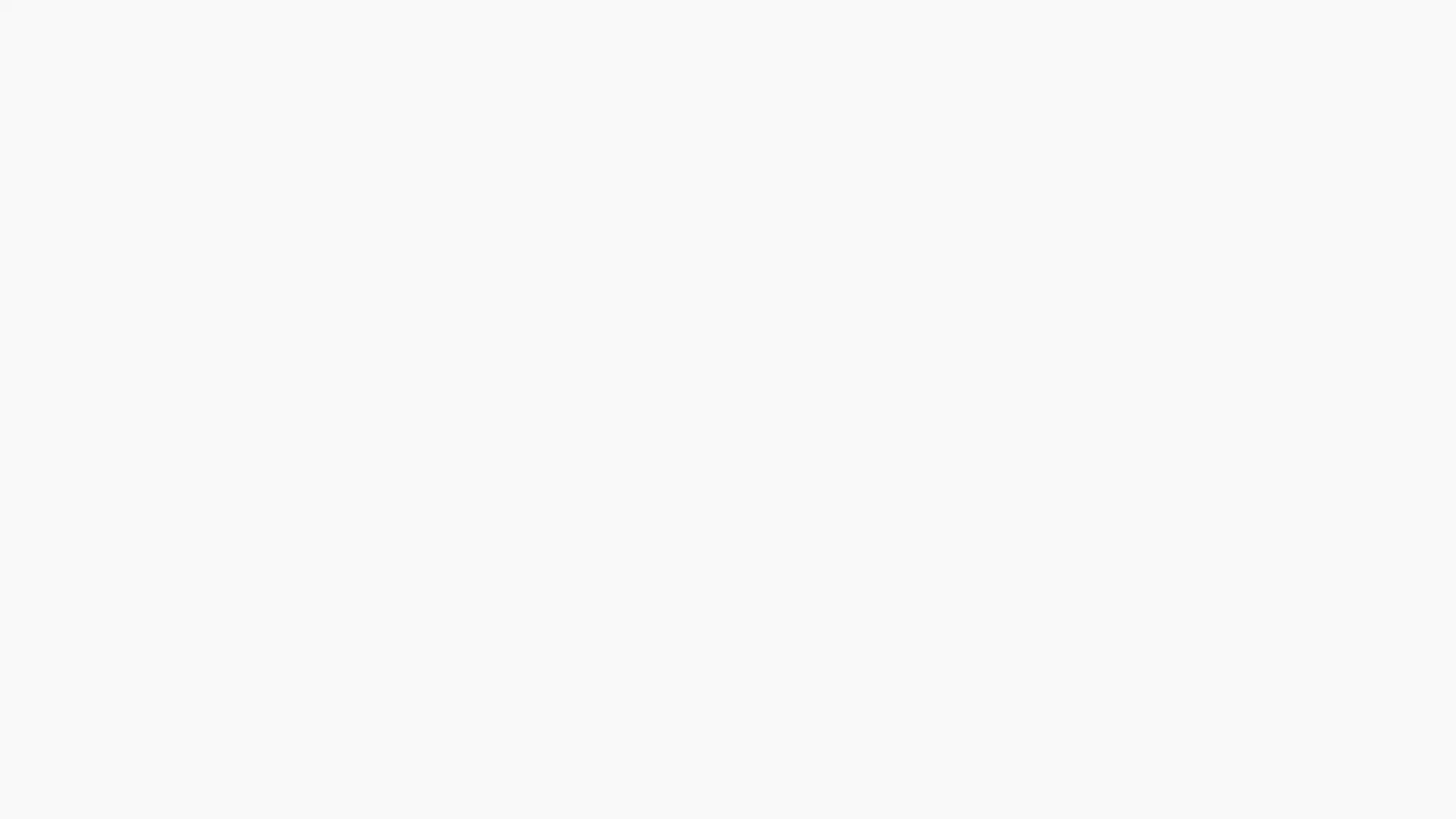  What do you see at coordinates (1201, 23) in the screenshot?
I see `Search` at bounding box center [1201, 23].